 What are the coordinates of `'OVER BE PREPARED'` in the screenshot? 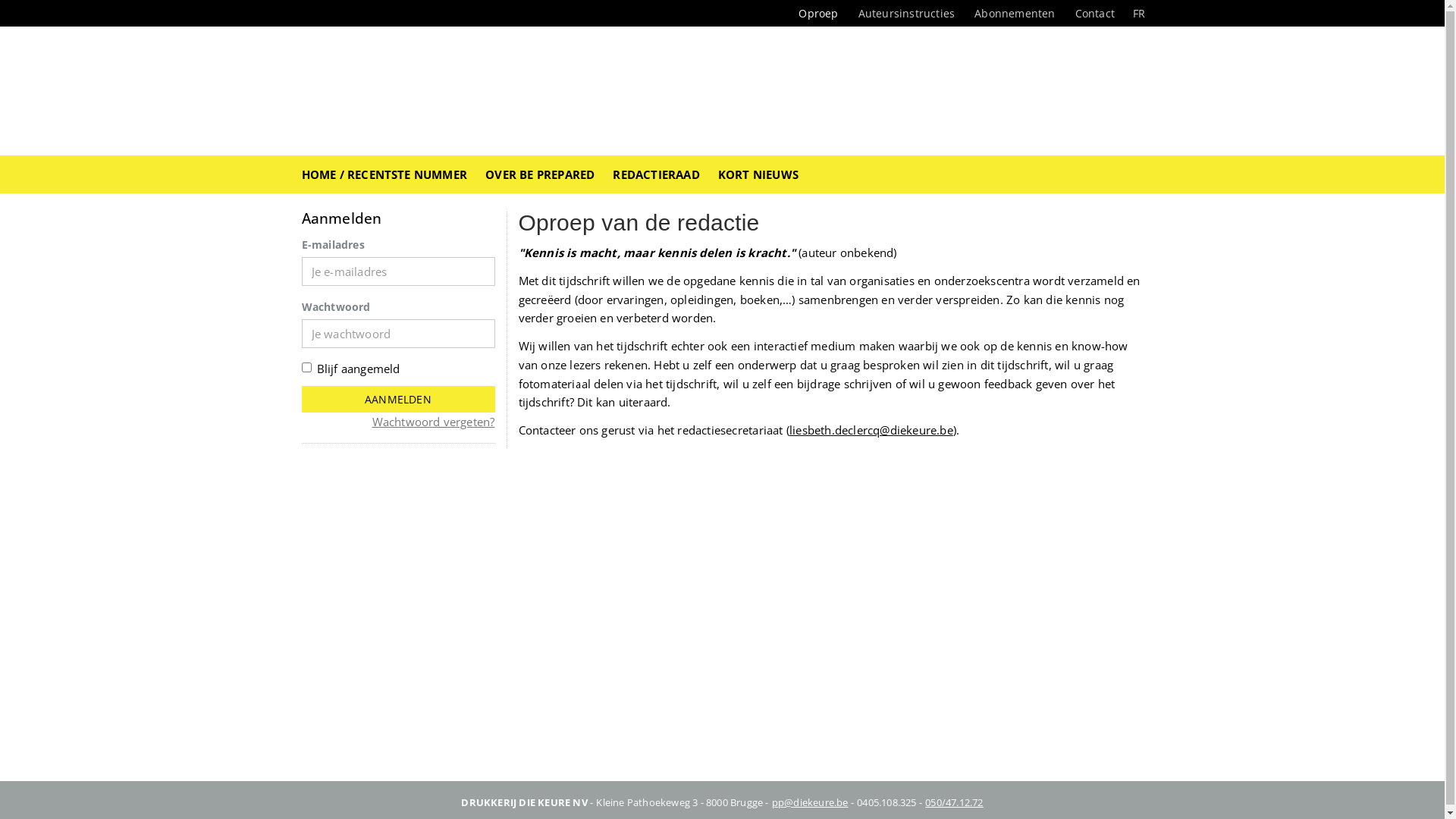 It's located at (539, 174).